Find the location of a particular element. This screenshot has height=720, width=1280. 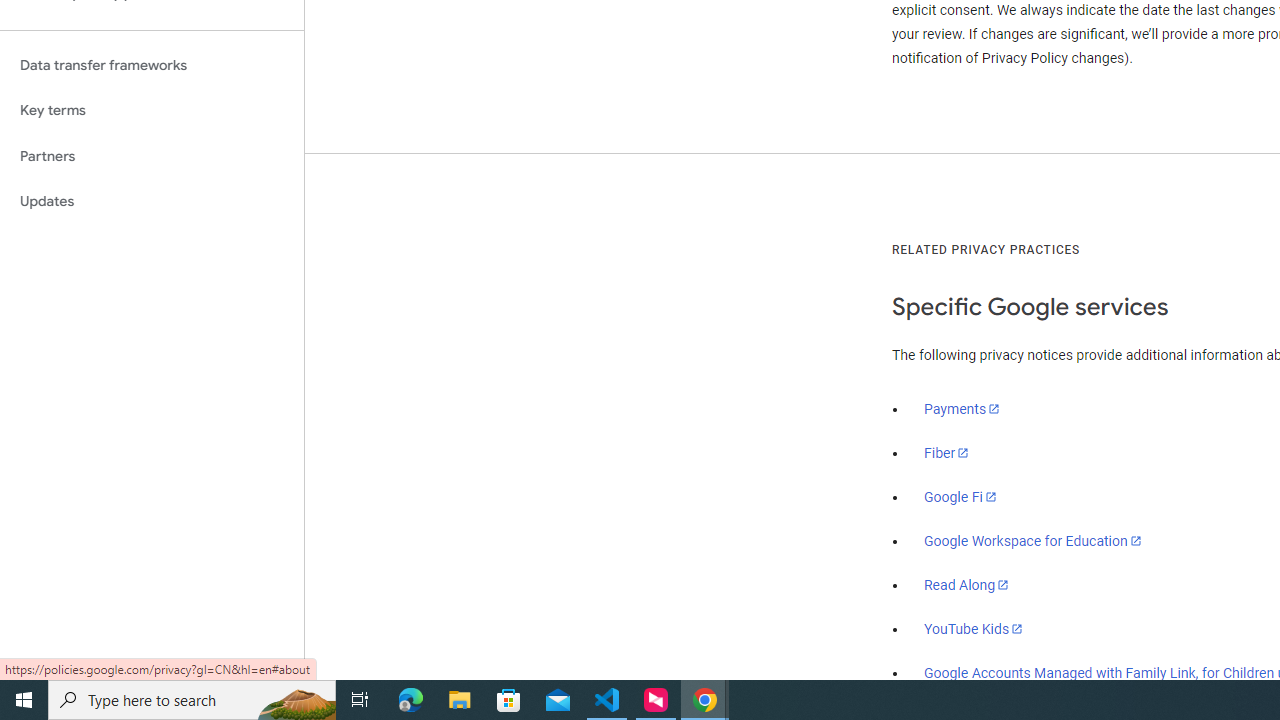

'Google Workspace for Education' is located at coordinates (1032, 541).